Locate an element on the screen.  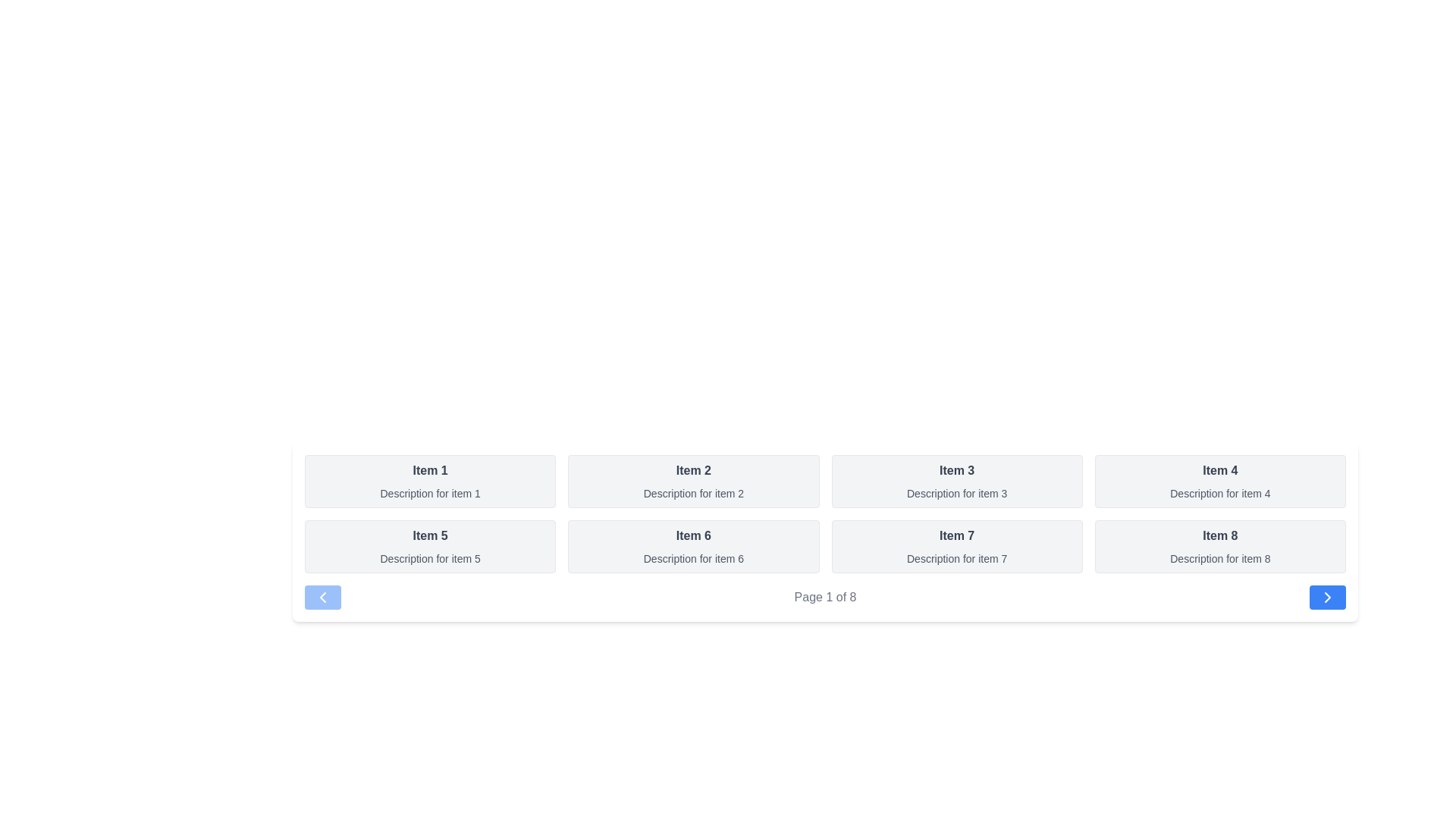
the text label providing additional information for 'Item 4', which is located beneath the heading 'Item 4' in the fourth position of a grid layout is located at coordinates (1220, 494).